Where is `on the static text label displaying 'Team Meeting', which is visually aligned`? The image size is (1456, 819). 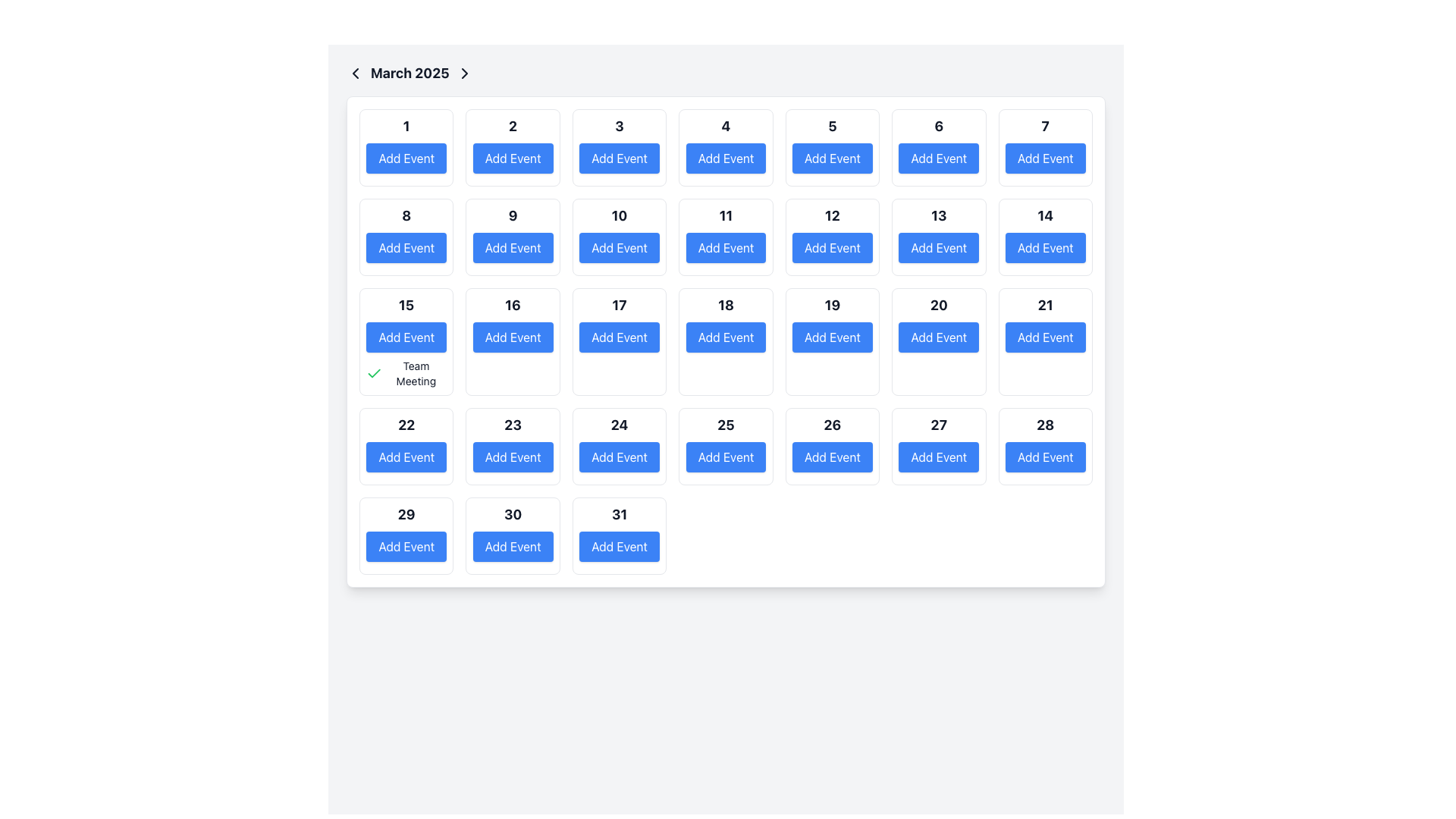 on the static text label displaying 'Team Meeting', which is visually aligned is located at coordinates (416, 374).